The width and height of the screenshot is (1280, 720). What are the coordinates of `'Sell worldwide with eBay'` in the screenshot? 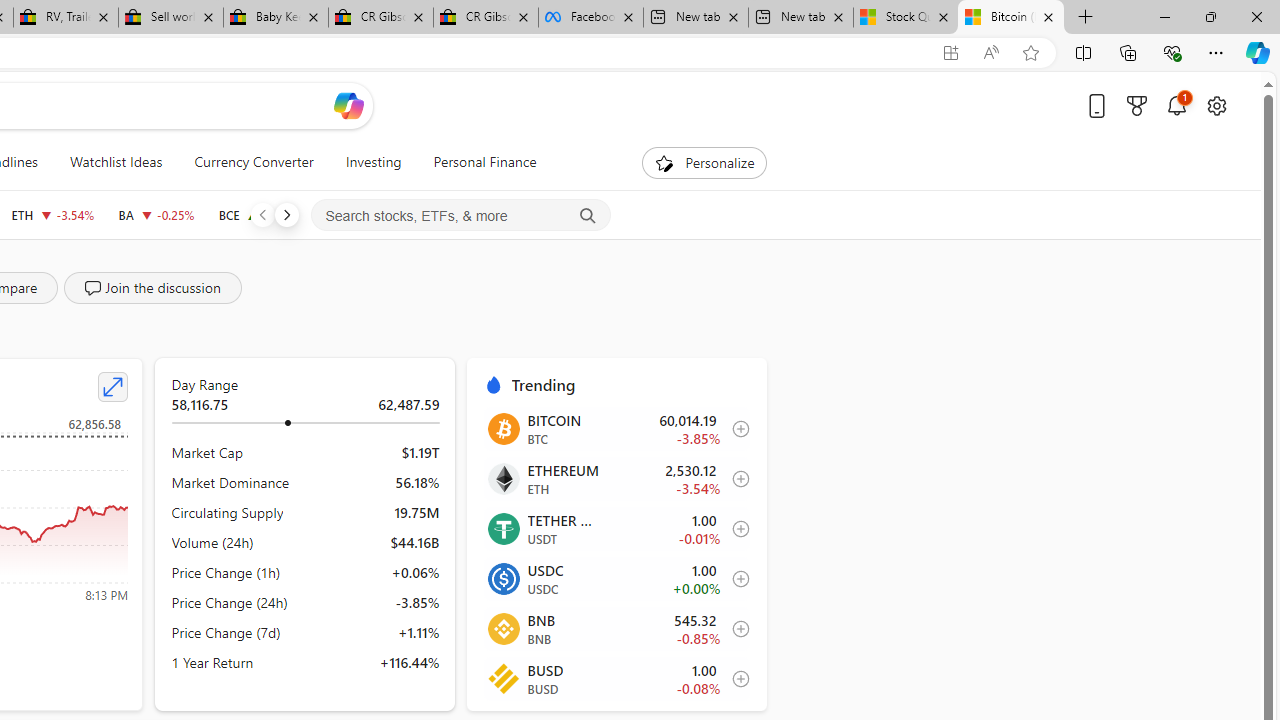 It's located at (170, 17).